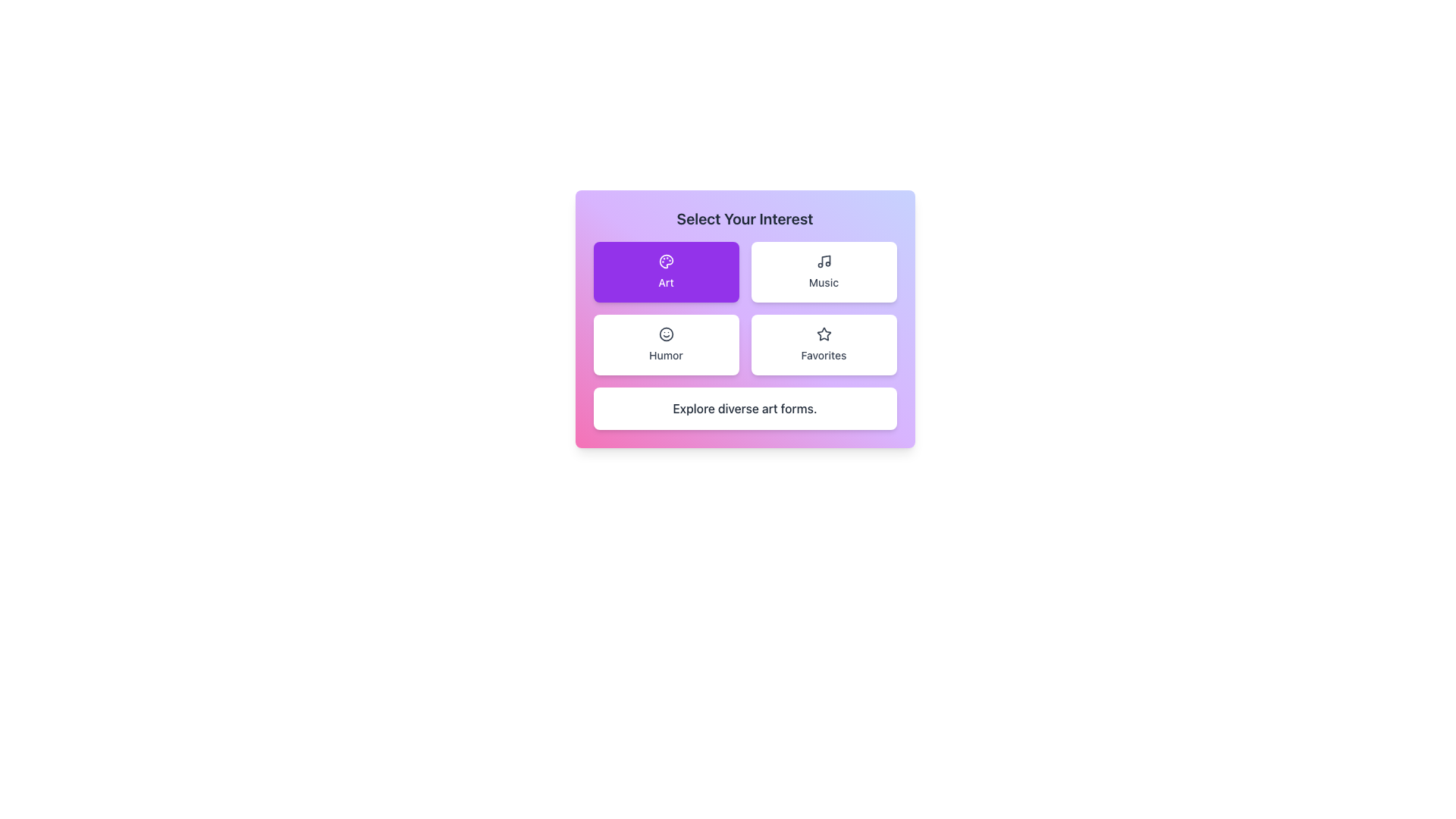  I want to click on the star icon located in the 'Favorites' section, so click(823, 333).